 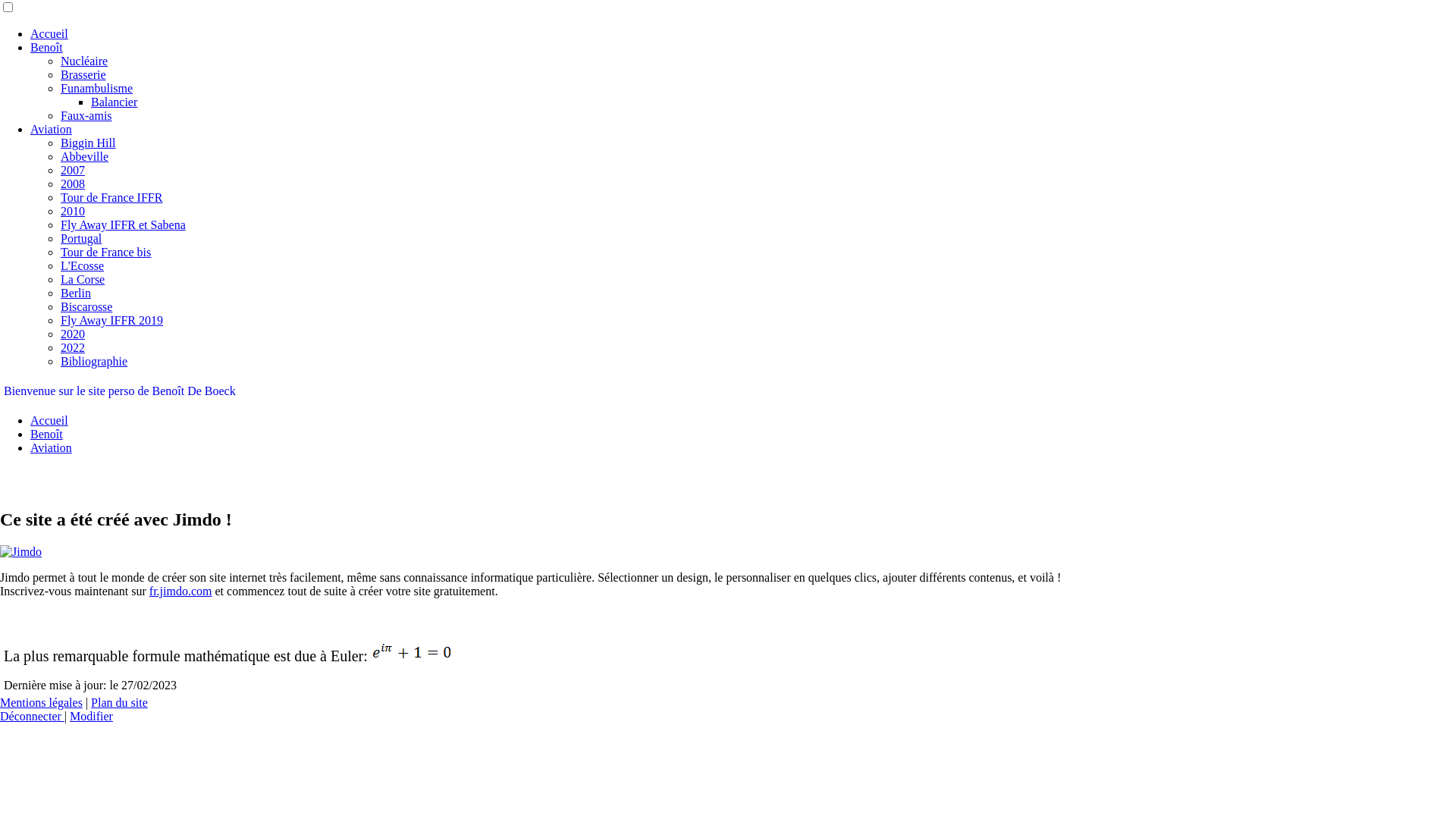 I want to click on 'Portugal', so click(x=80, y=238).